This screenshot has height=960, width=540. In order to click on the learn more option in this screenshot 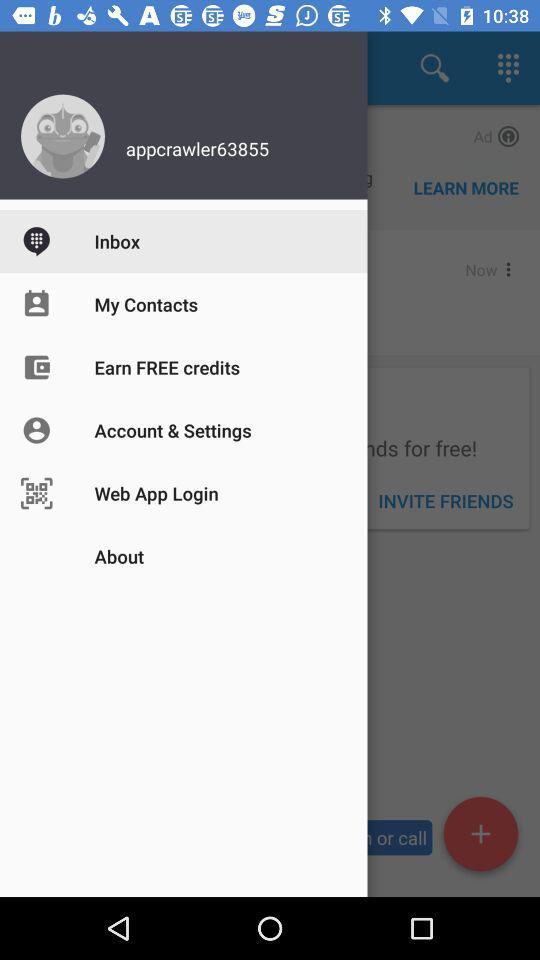, I will do `click(466, 187)`.